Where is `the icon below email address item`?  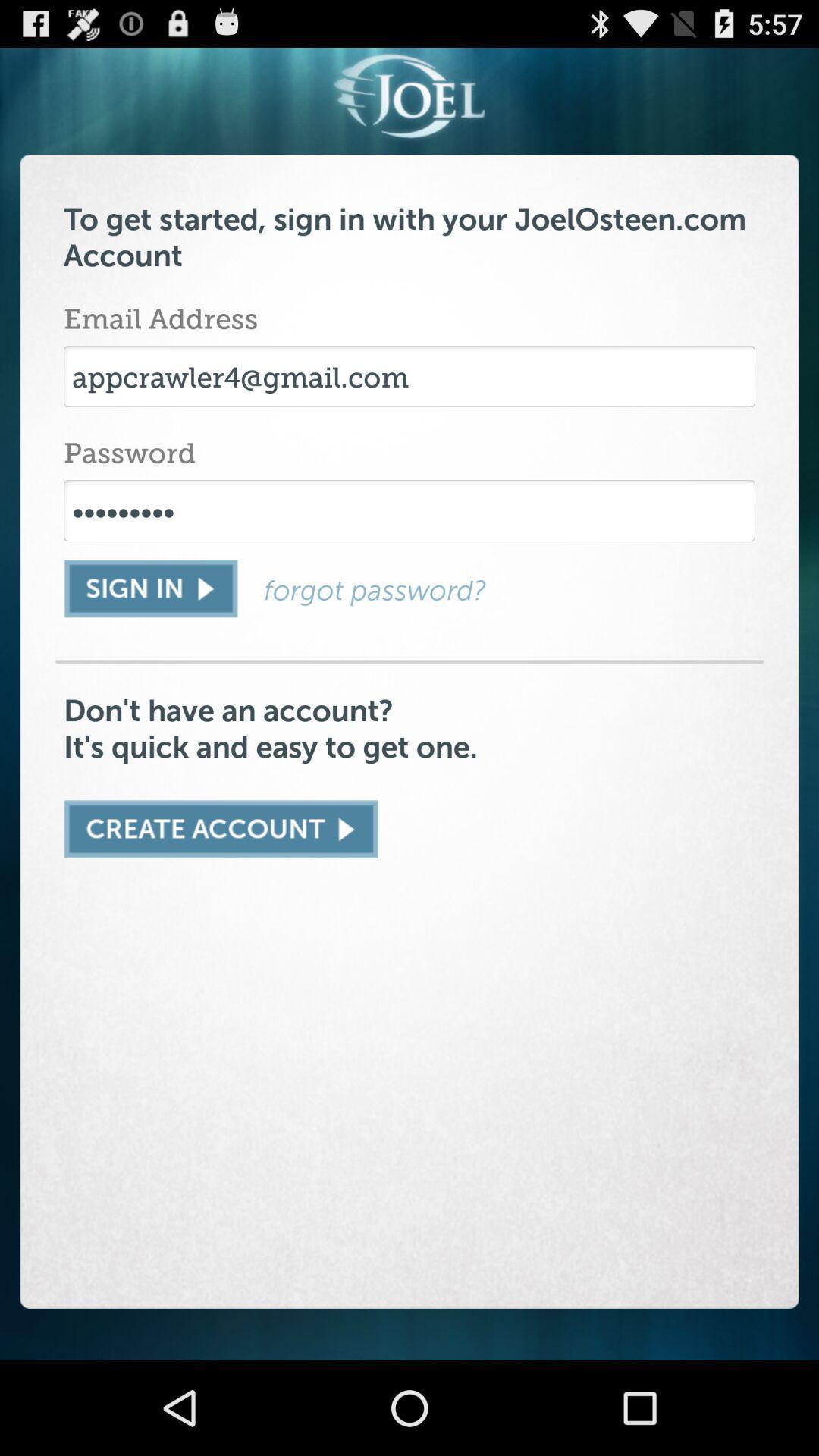
the icon below email address item is located at coordinates (409, 376).